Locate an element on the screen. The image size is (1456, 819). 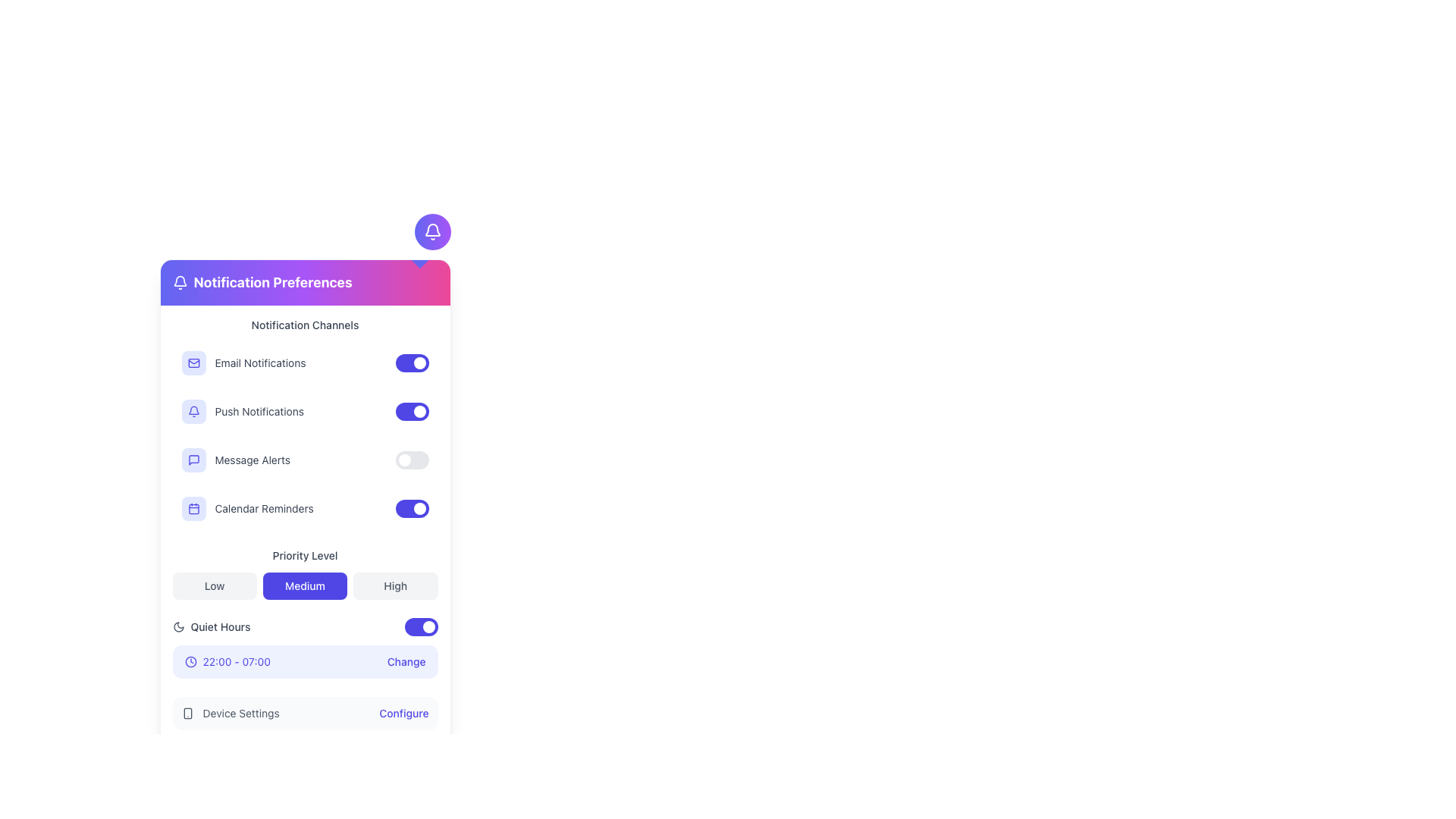
the toggle switch of the 'Push Notifications' option to change its notification state is located at coordinates (304, 435).